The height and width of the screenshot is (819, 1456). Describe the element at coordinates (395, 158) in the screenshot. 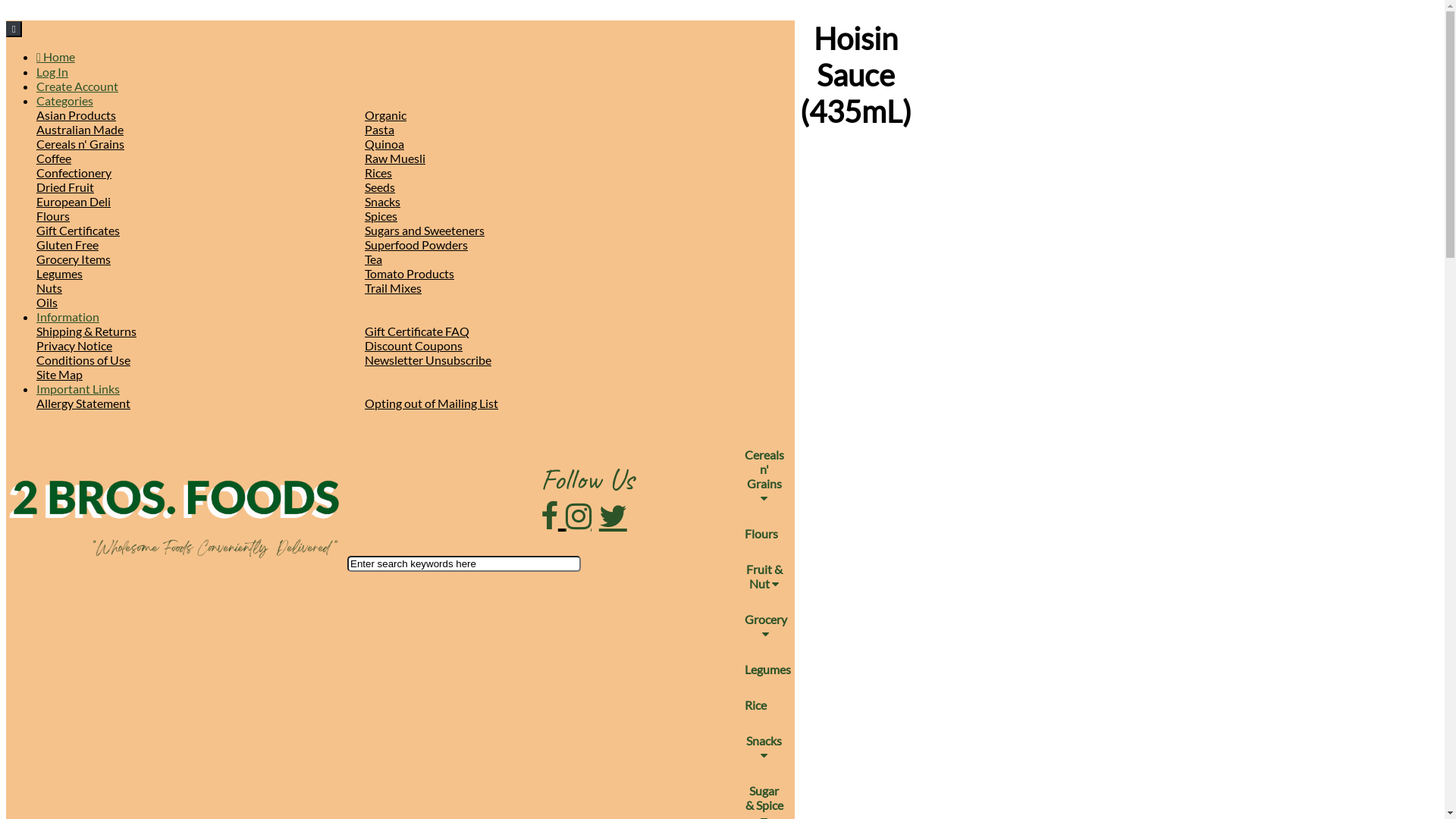

I see `'Raw Muesli'` at that location.